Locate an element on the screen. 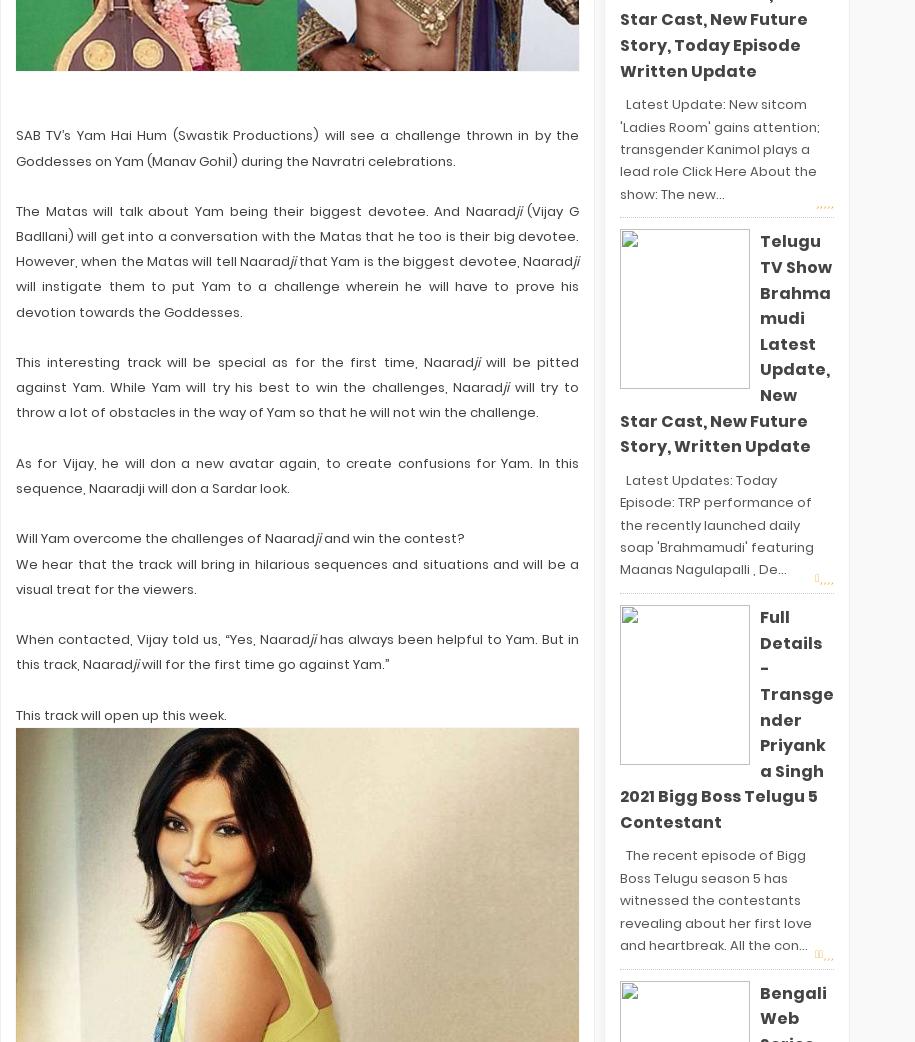 This screenshot has height=1042, width=915. 'Will Yam overcome the challenges of Naarad' is located at coordinates (164, 537).